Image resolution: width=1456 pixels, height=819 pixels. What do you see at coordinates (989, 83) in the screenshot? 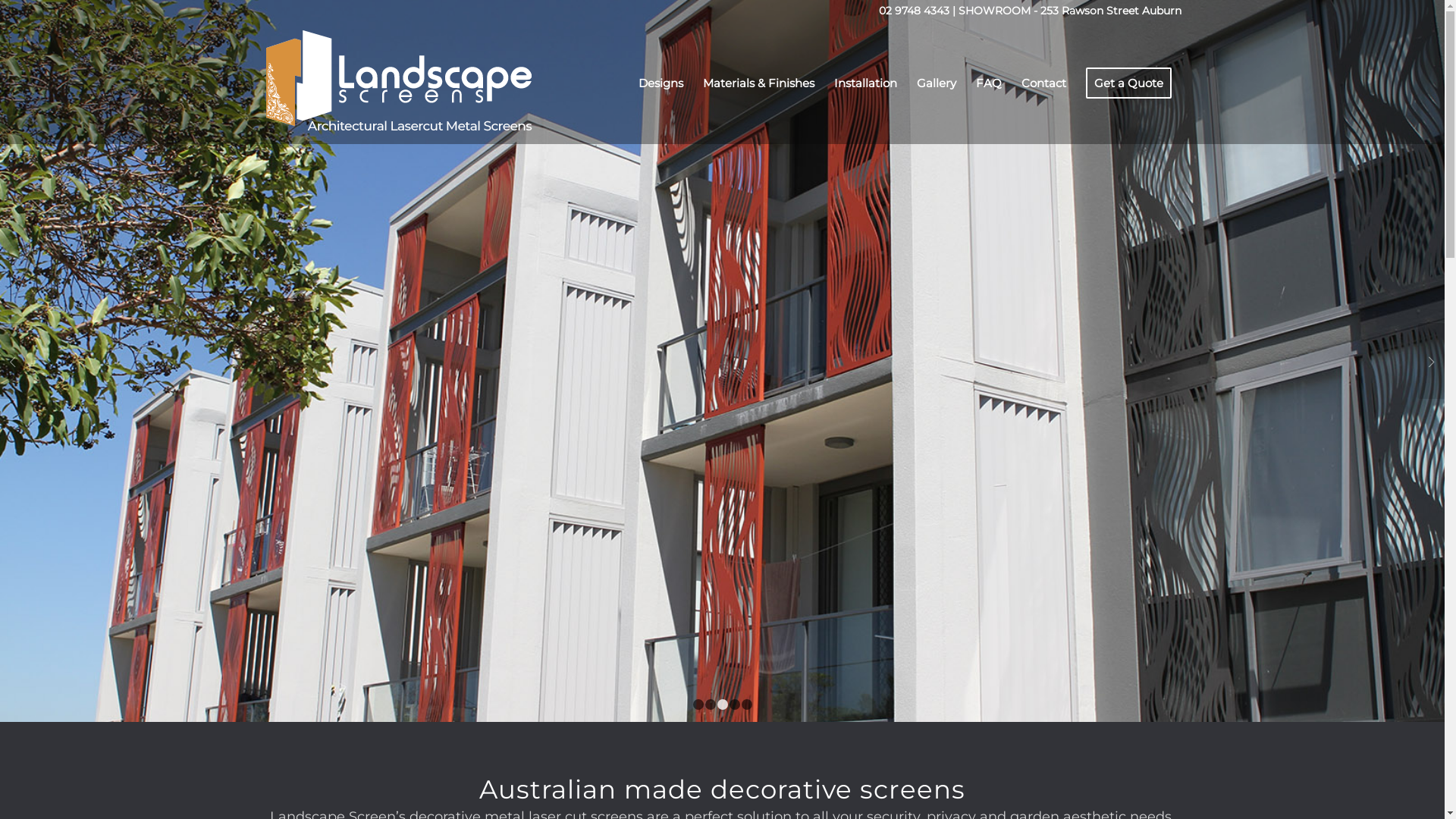
I see `'FAQ'` at bounding box center [989, 83].